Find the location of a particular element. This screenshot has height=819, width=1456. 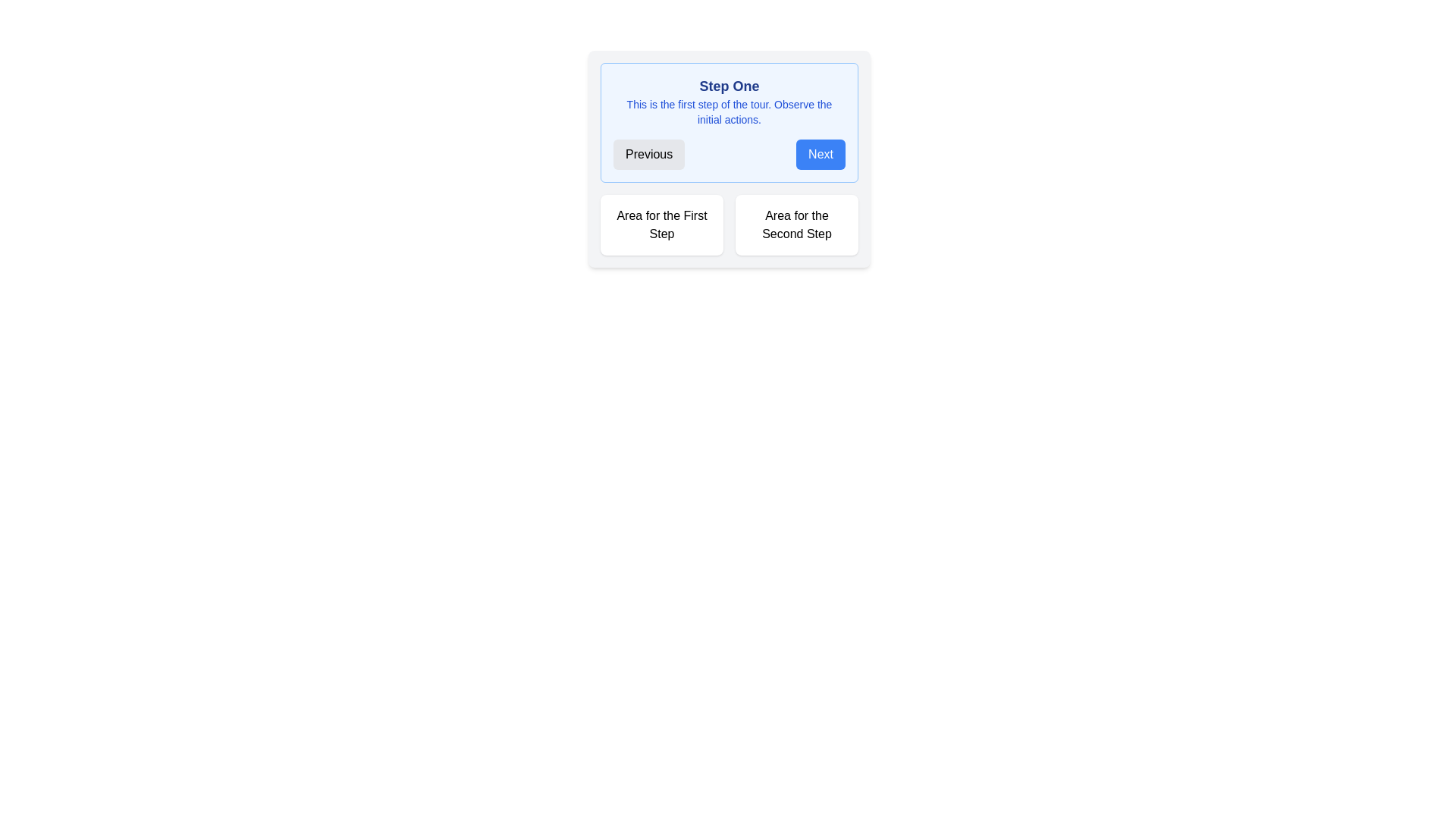

the informational card indicating the 'First Step' in the multi-step process, located in the top-left corner of the grid layout is located at coordinates (662, 225).